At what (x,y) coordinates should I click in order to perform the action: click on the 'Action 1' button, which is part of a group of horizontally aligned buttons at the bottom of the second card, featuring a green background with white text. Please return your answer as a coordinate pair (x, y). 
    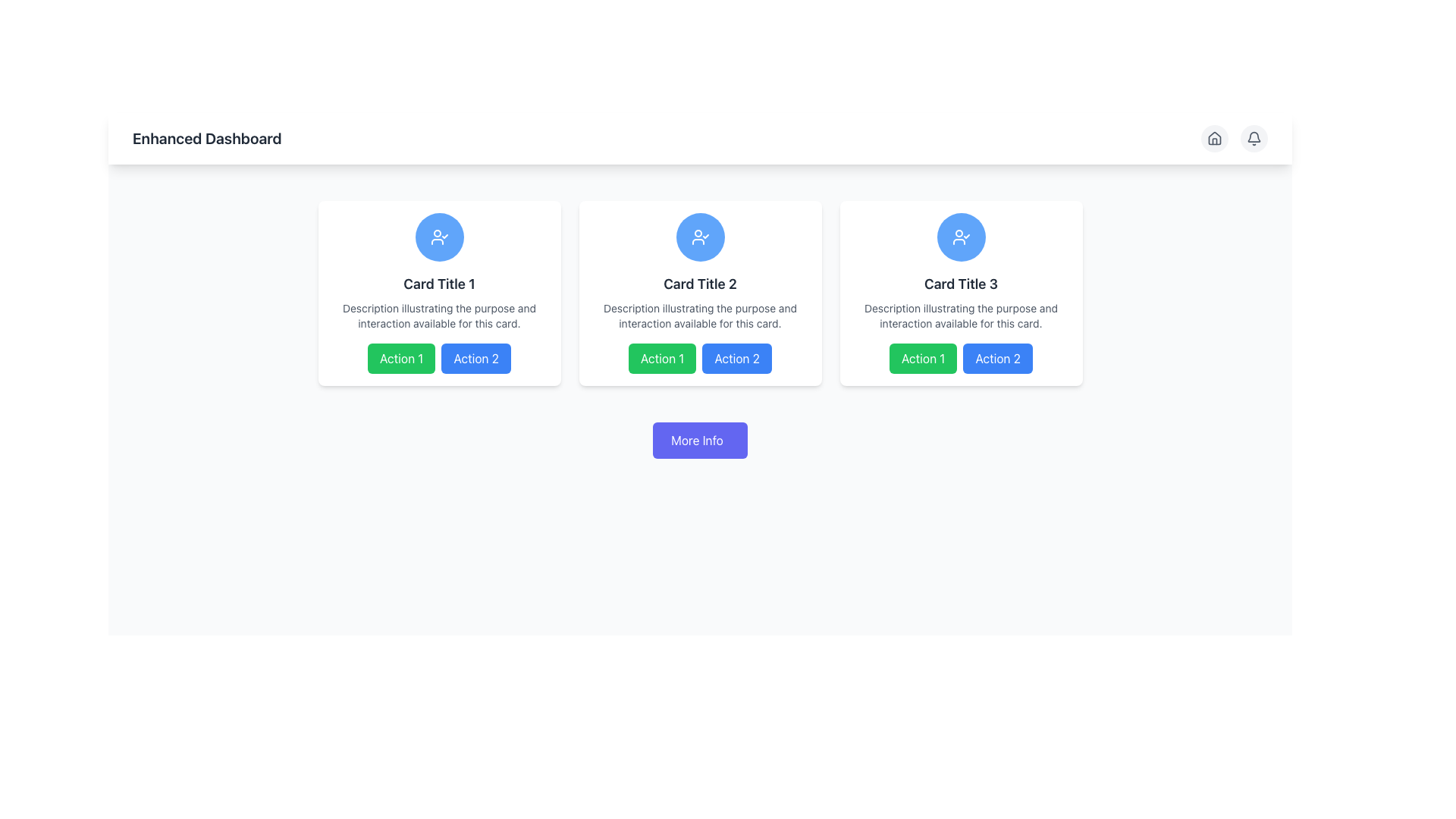
    Looking at the image, I should click on (699, 359).